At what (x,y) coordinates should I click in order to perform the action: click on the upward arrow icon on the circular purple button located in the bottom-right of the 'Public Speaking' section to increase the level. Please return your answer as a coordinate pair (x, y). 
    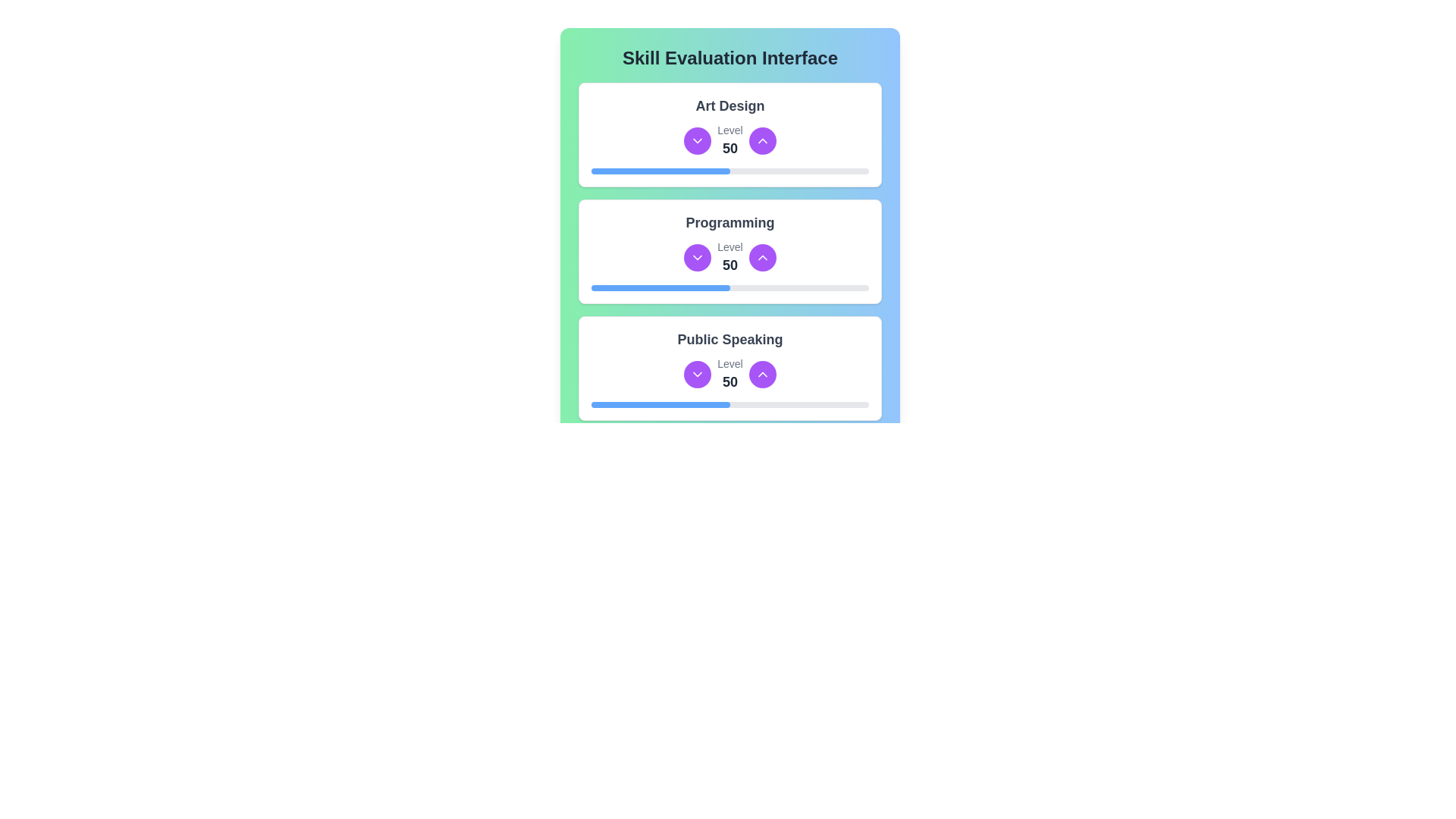
    Looking at the image, I should click on (762, 374).